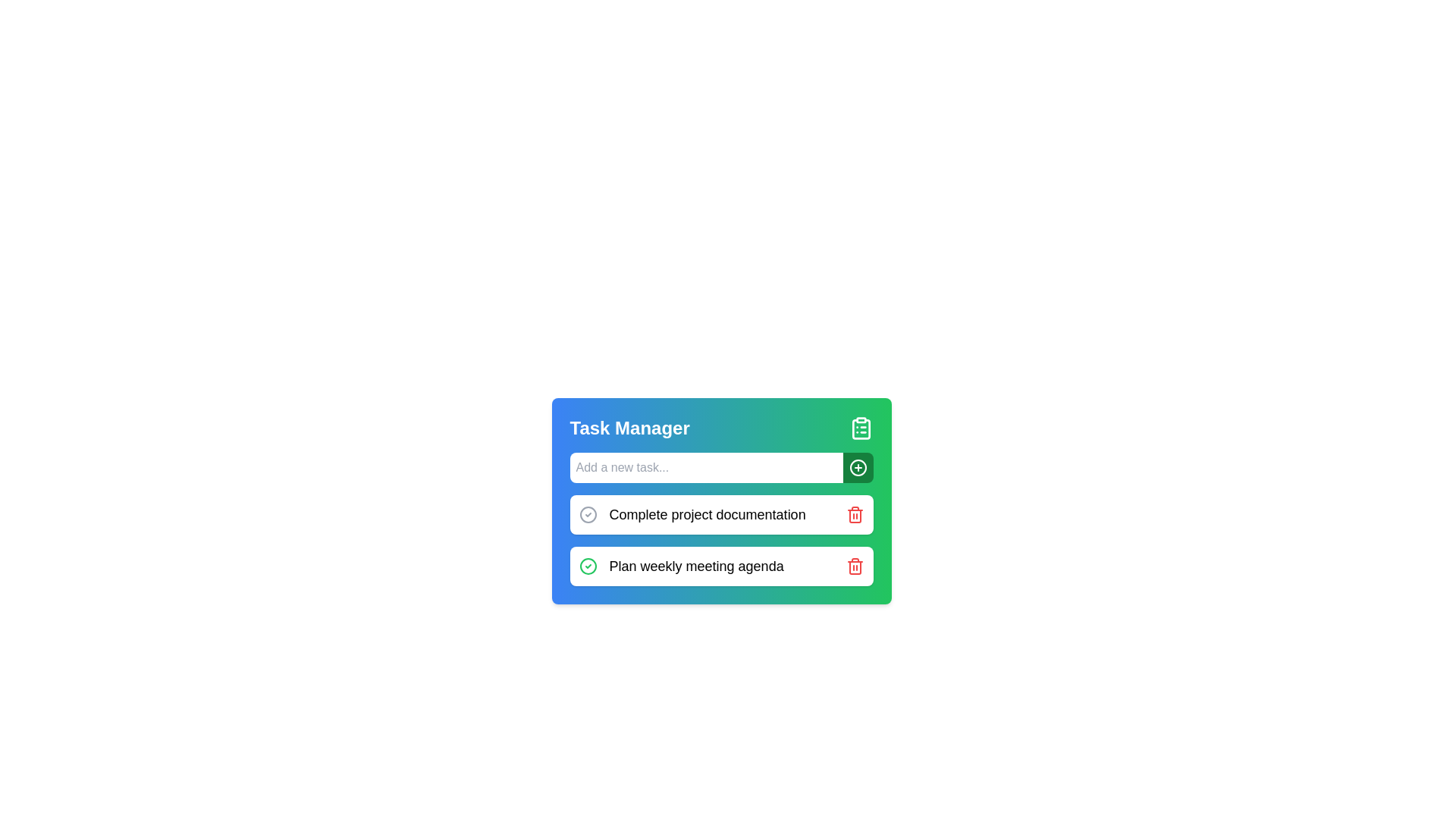 This screenshot has height=819, width=1456. What do you see at coordinates (720, 513) in the screenshot?
I see `to select the first task item in the task management system located in the 'Task Manager' interface` at bounding box center [720, 513].